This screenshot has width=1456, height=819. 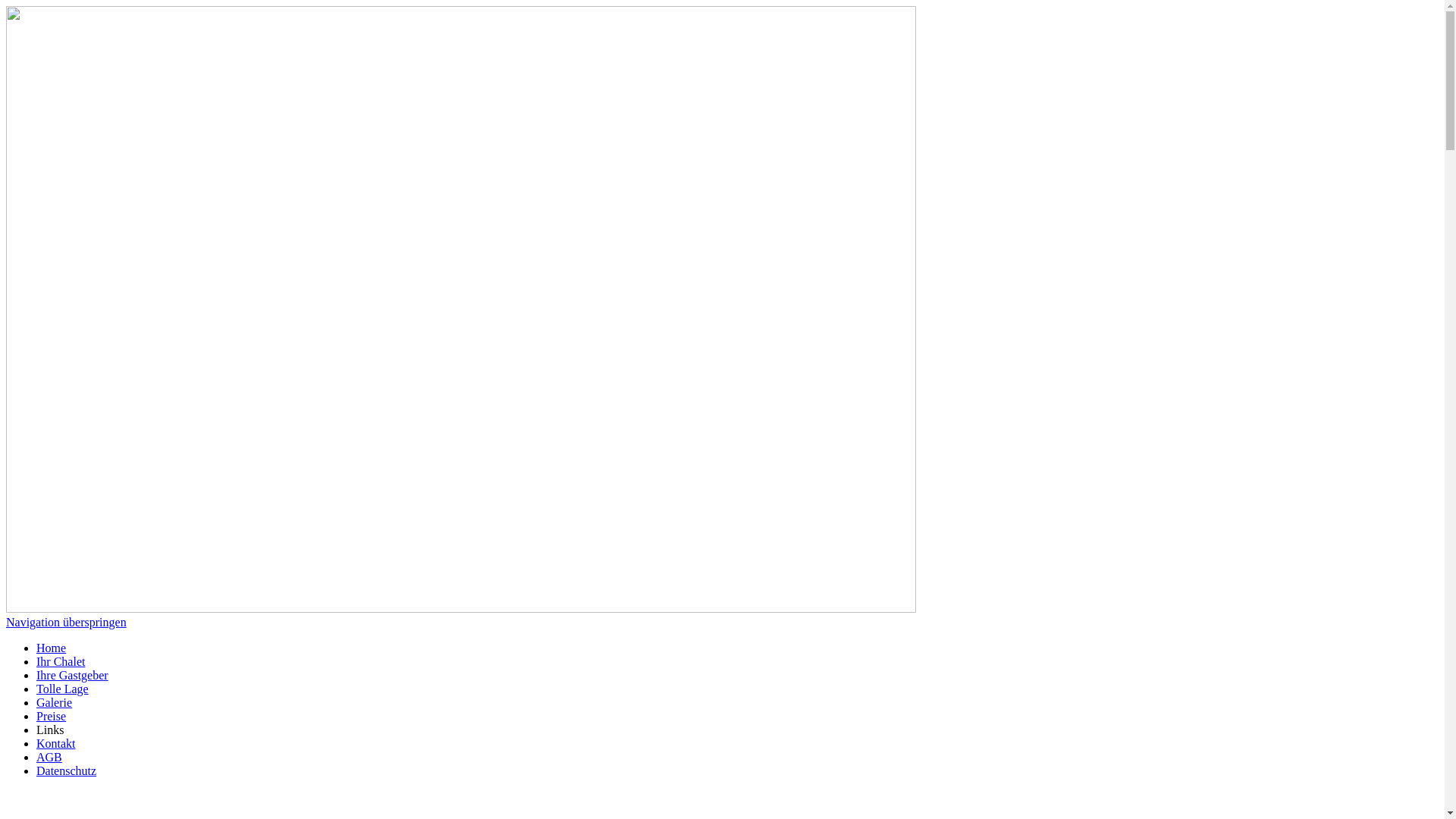 I want to click on 'Kontakt', so click(x=55, y=742).